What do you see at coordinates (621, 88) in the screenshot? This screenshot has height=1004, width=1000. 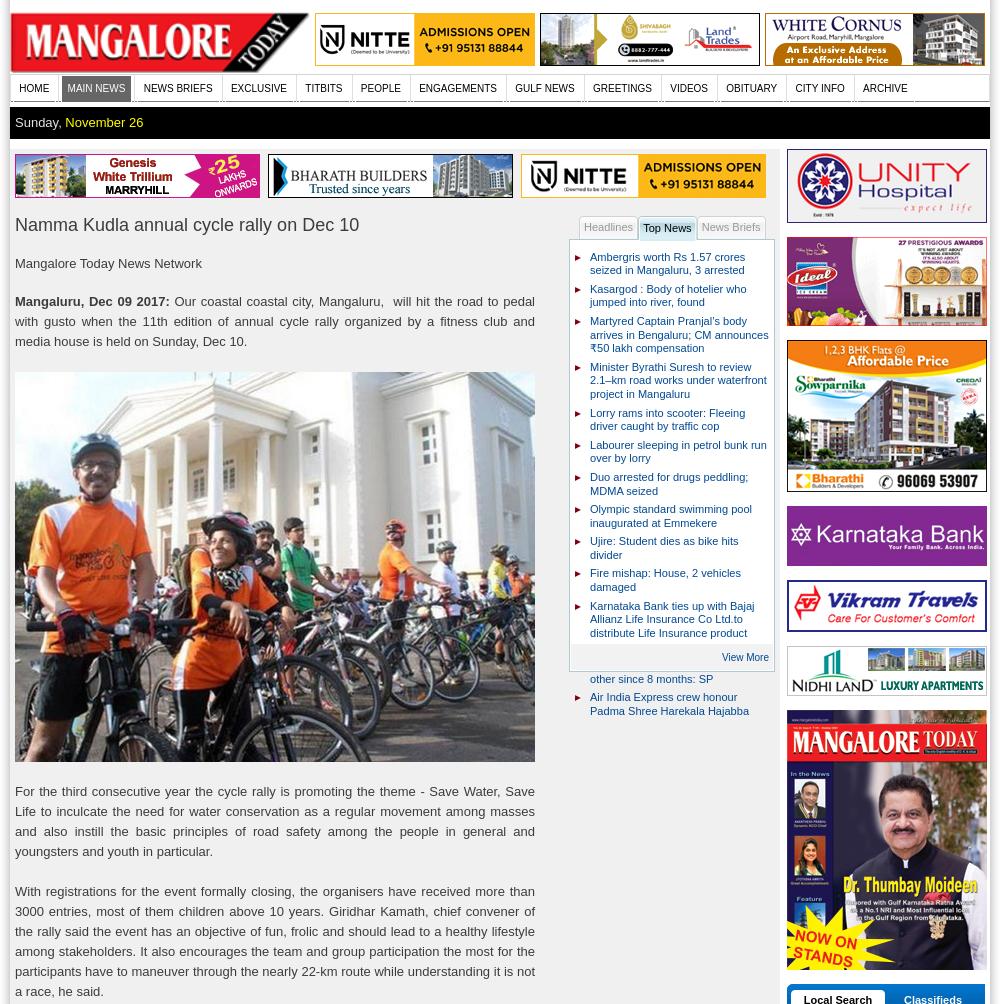 I see `'GREETINGS'` at bounding box center [621, 88].